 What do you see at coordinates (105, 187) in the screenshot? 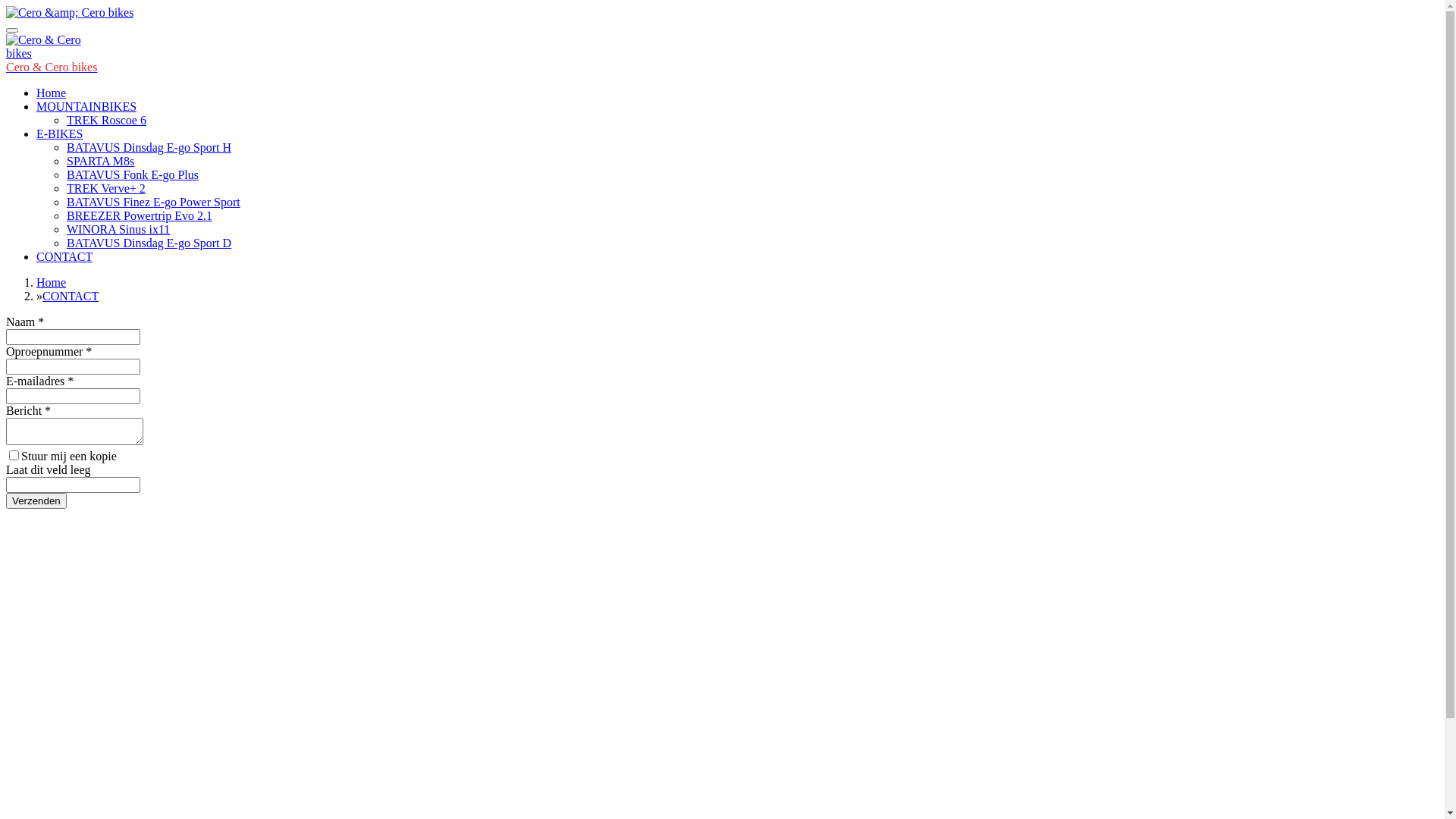
I see `'TREK Verve+ 2'` at bounding box center [105, 187].